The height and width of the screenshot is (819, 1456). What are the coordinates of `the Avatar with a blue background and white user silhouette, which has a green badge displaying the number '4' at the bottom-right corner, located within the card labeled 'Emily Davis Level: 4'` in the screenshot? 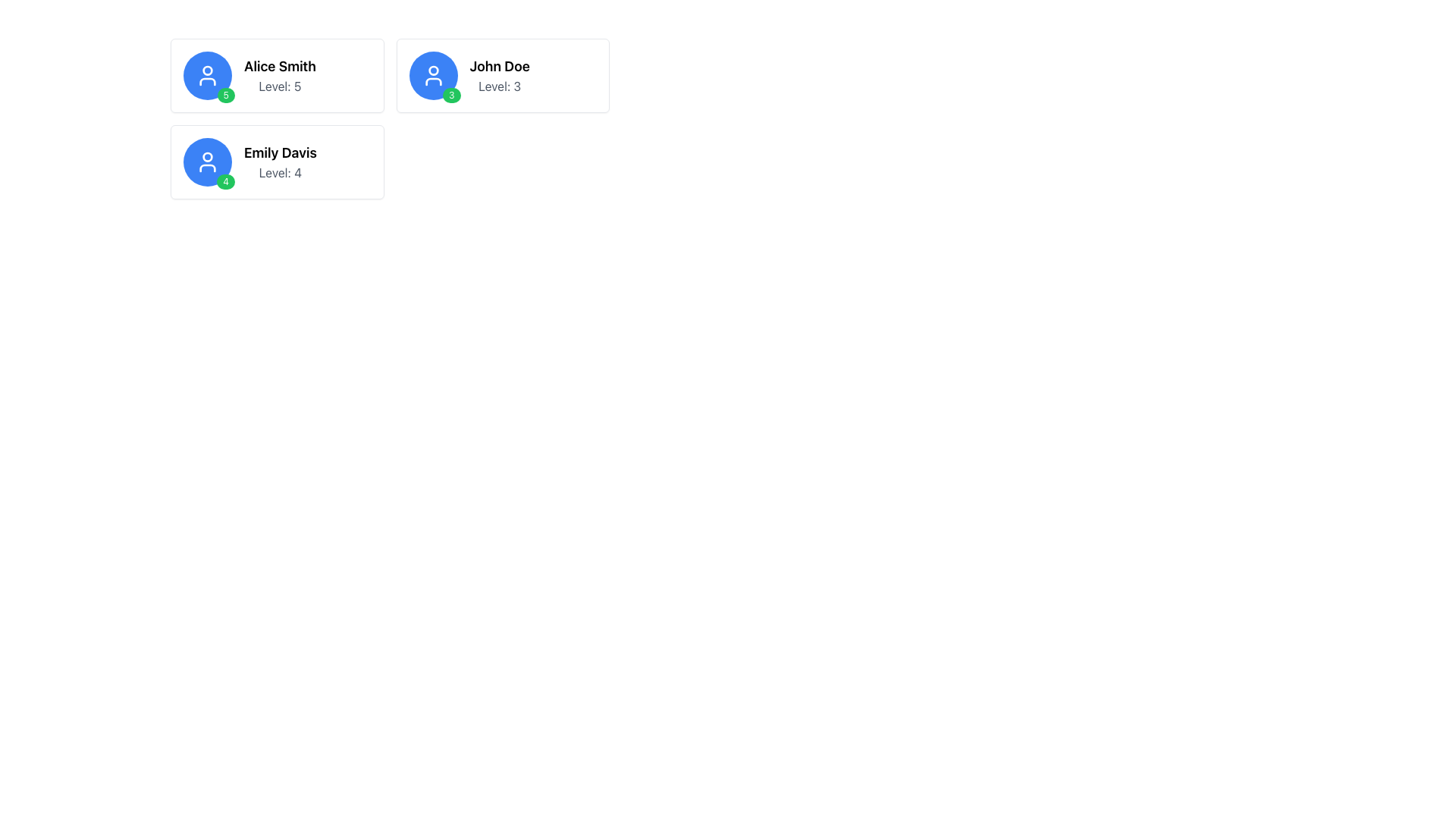 It's located at (206, 162).